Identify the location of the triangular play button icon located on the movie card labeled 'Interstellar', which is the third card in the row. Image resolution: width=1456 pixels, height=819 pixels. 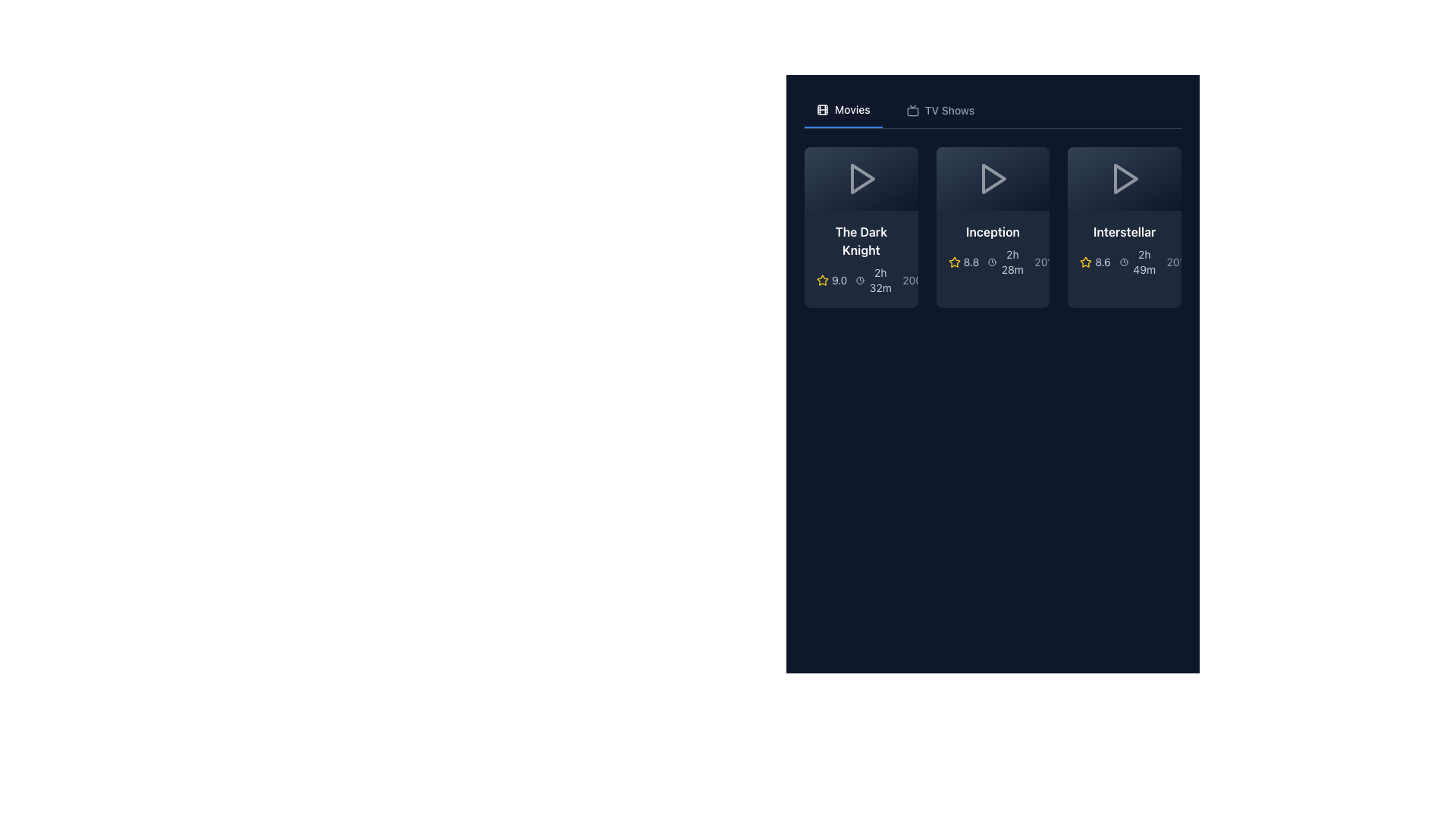
(1126, 178).